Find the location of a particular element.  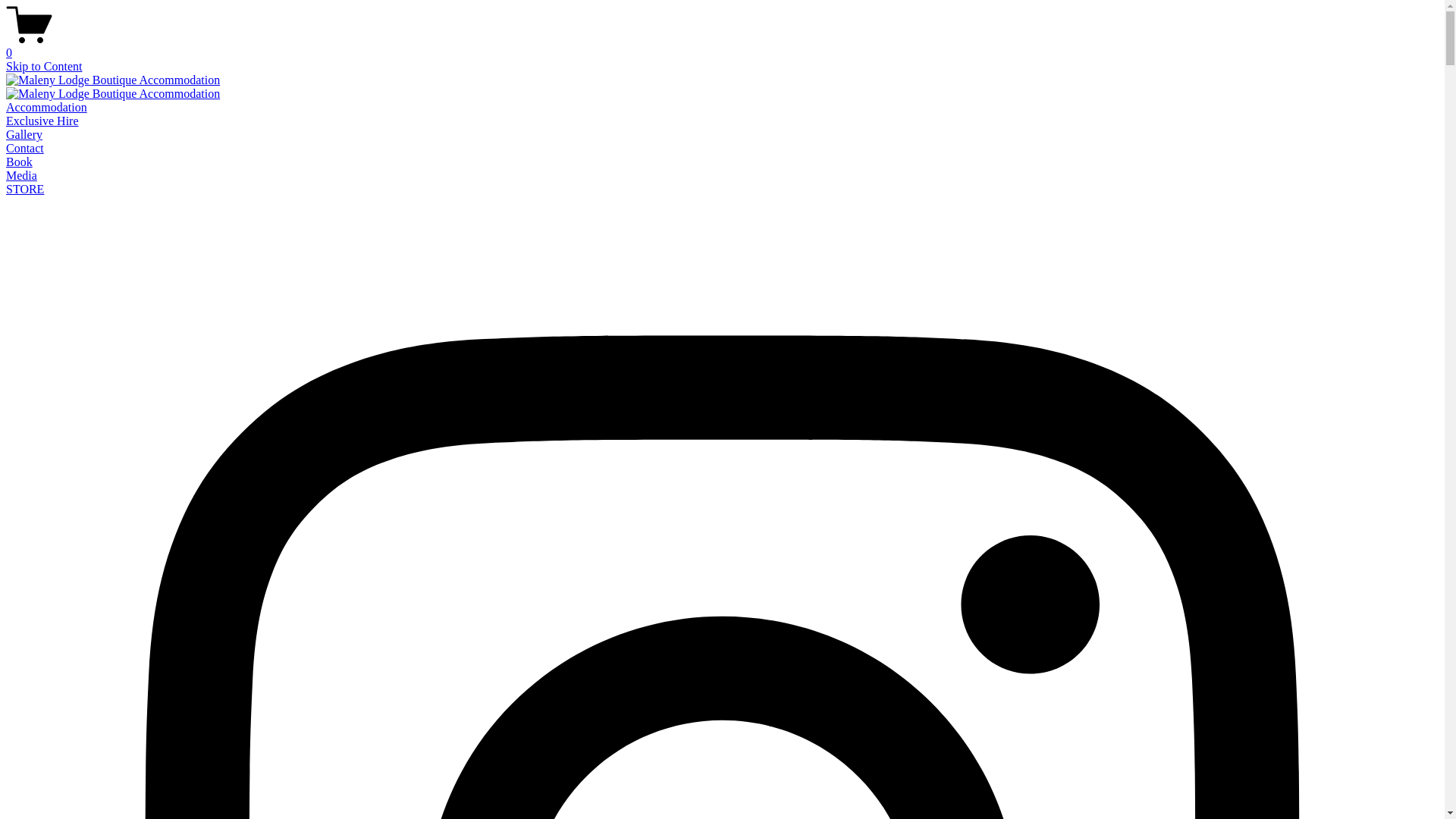

'Accommodation' is located at coordinates (46, 106).